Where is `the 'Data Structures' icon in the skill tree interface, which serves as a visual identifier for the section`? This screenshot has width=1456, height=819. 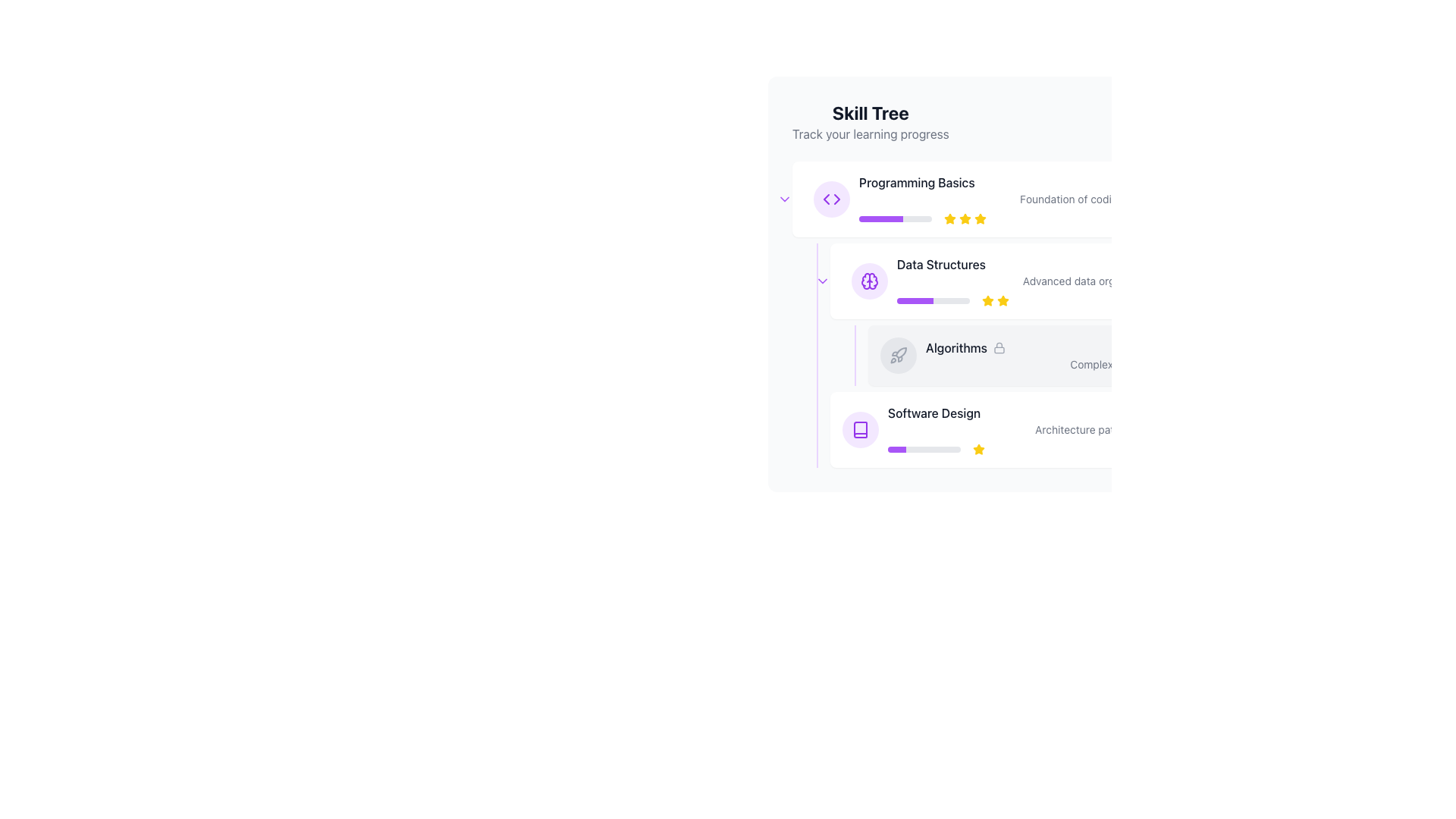 the 'Data Structures' icon in the skill tree interface, which serves as a visual identifier for the section is located at coordinates (870, 281).